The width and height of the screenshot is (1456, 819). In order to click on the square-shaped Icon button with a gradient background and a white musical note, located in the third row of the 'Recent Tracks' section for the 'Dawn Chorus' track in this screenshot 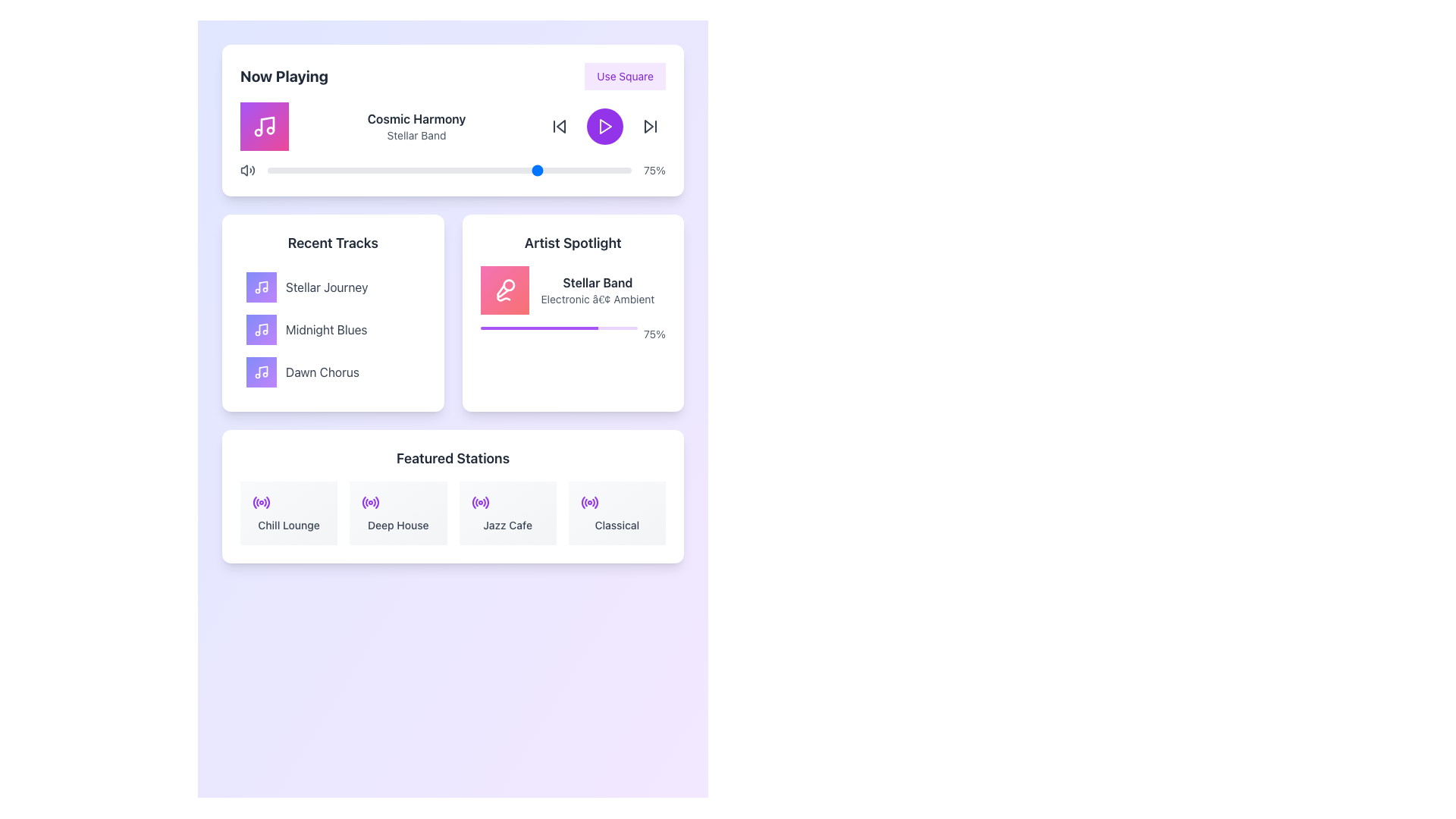, I will do `click(262, 372)`.